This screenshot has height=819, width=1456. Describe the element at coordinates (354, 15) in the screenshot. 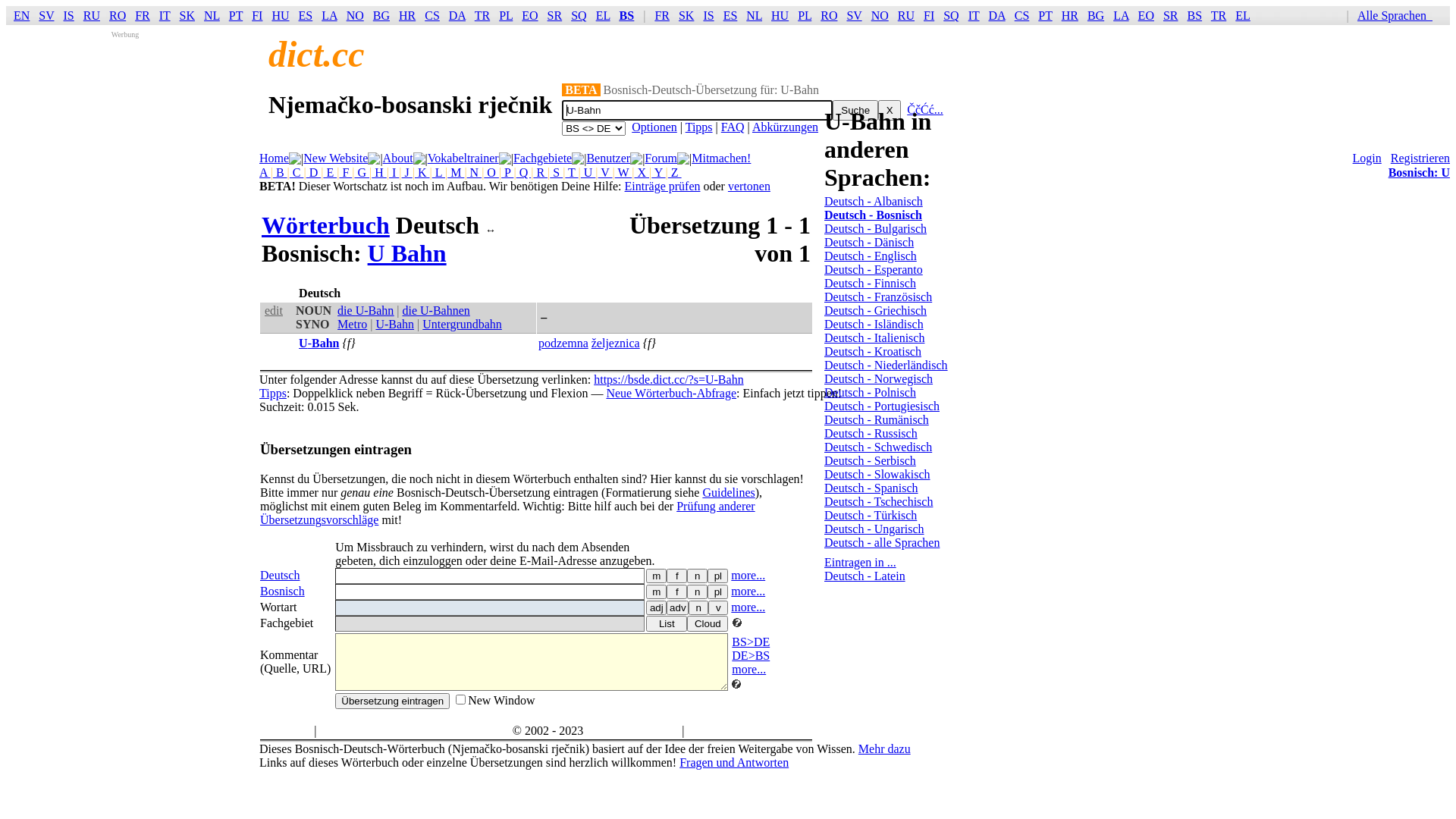

I see `'NO'` at that location.